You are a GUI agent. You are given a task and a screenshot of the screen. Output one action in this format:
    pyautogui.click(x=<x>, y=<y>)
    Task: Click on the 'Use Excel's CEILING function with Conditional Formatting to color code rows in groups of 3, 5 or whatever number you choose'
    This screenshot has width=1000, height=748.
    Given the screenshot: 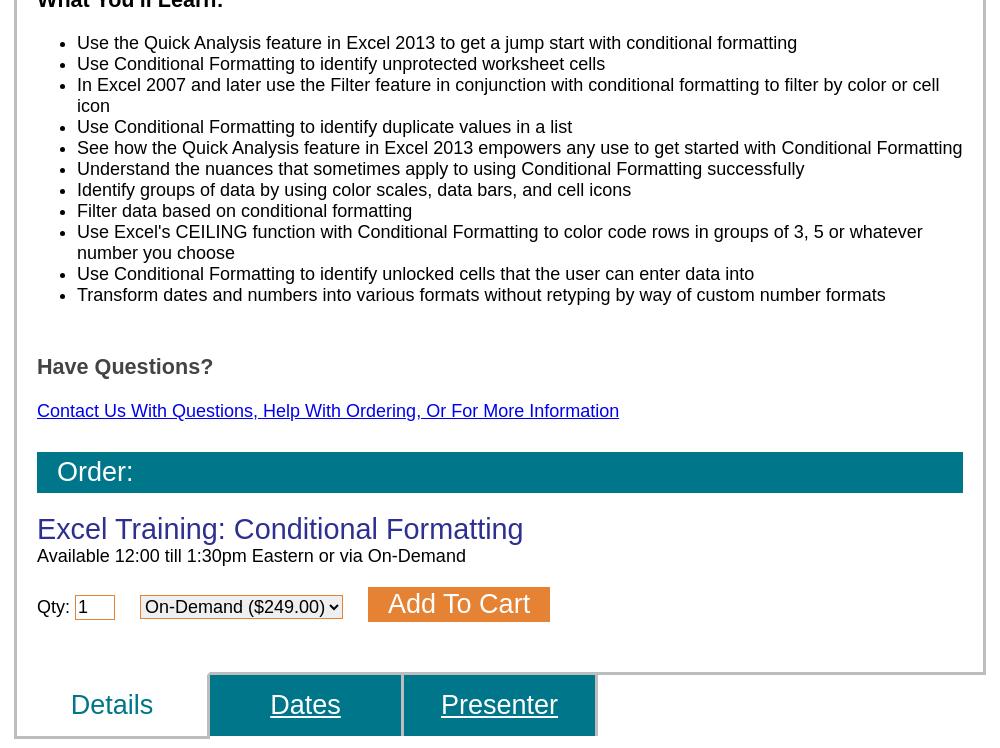 What is the action you would take?
    pyautogui.click(x=498, y=241)
    